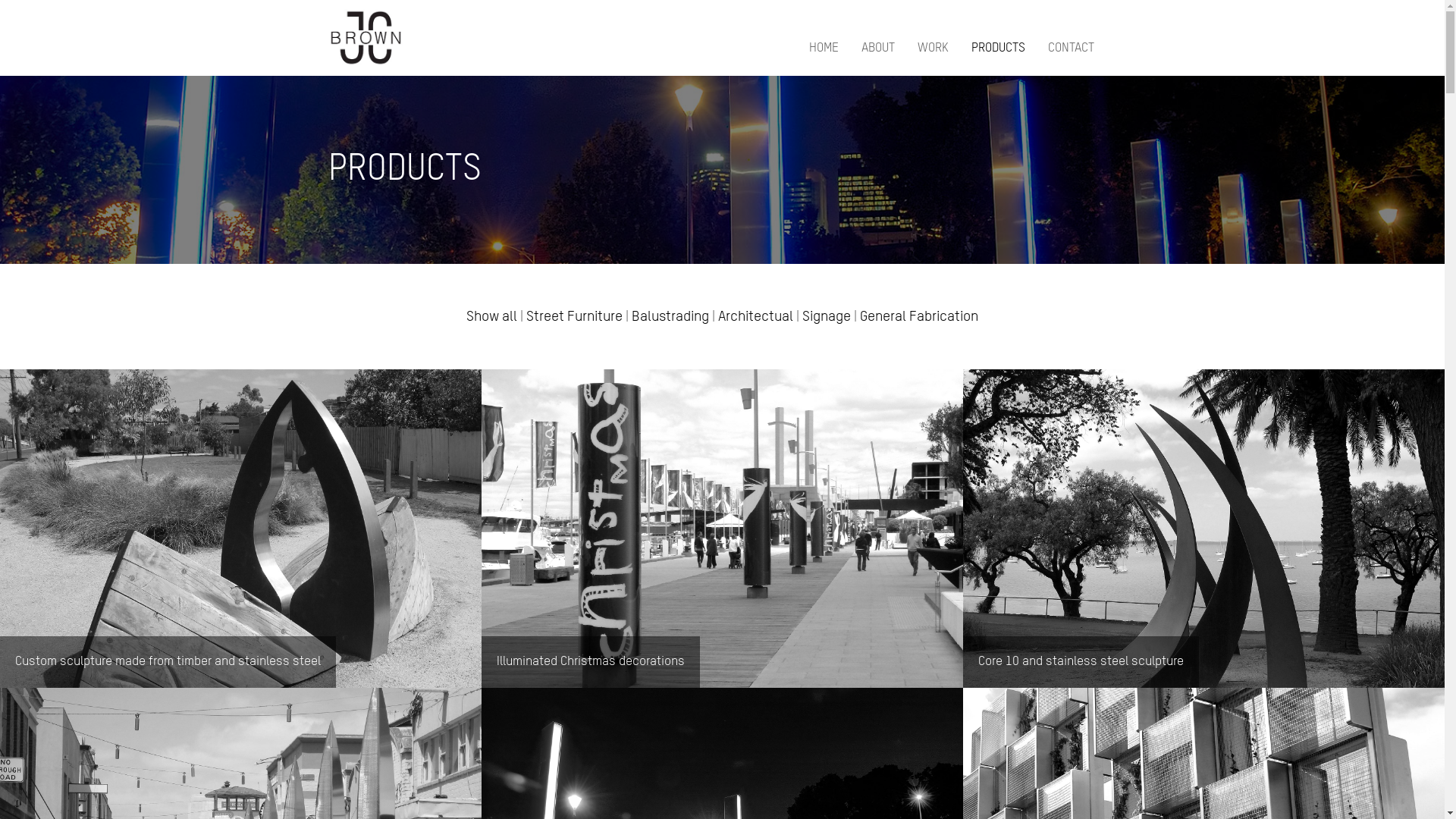  Describe the element at coordinates (755, 315) in the screenshot. I see `'Architectual'` at that location.